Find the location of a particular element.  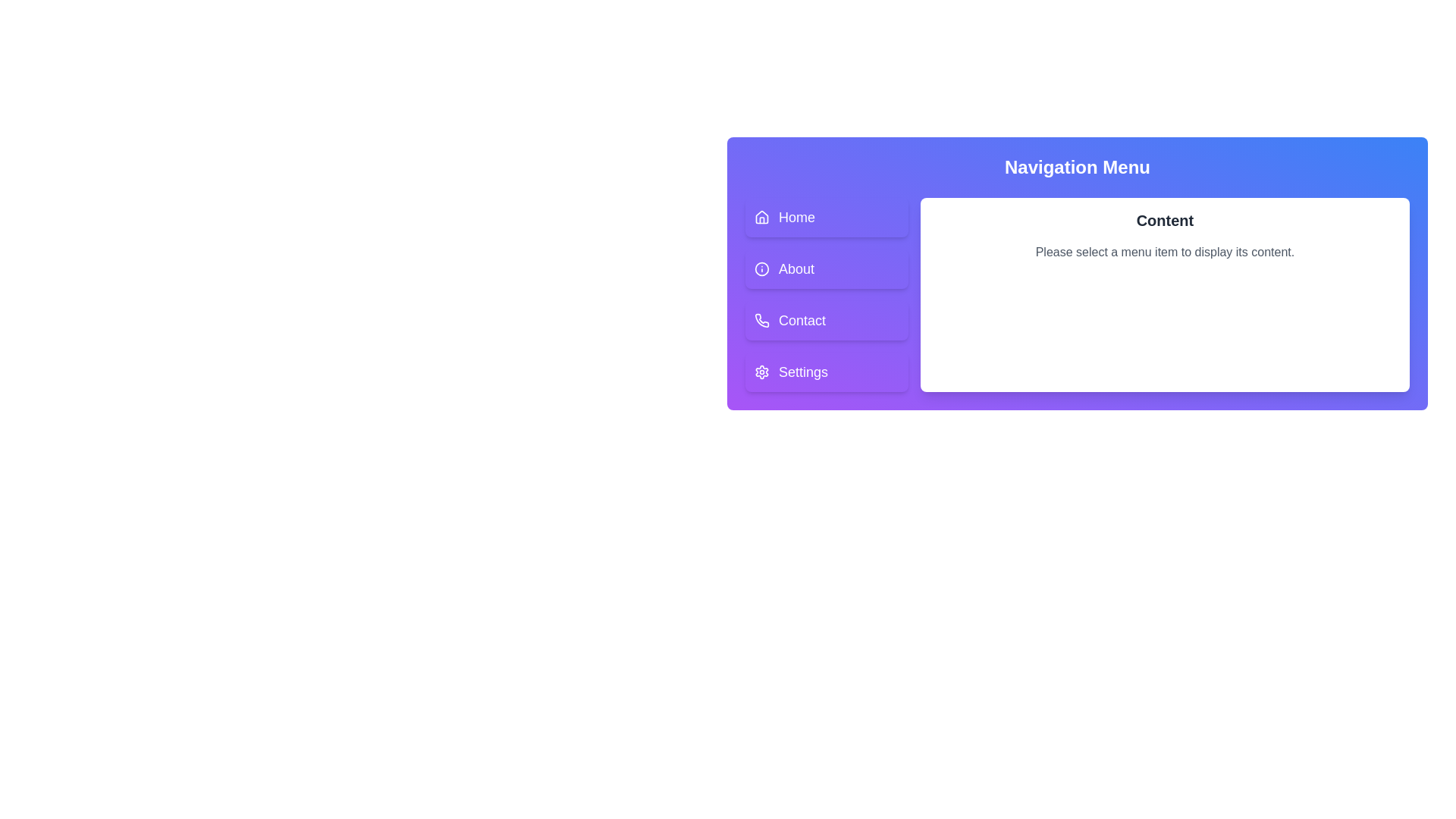

the 'Contact' text label in the vertical navigation menu, which indicates navigation to the Contact section, located between 'About' and 'Settings' is located at coordinates (802, 320).